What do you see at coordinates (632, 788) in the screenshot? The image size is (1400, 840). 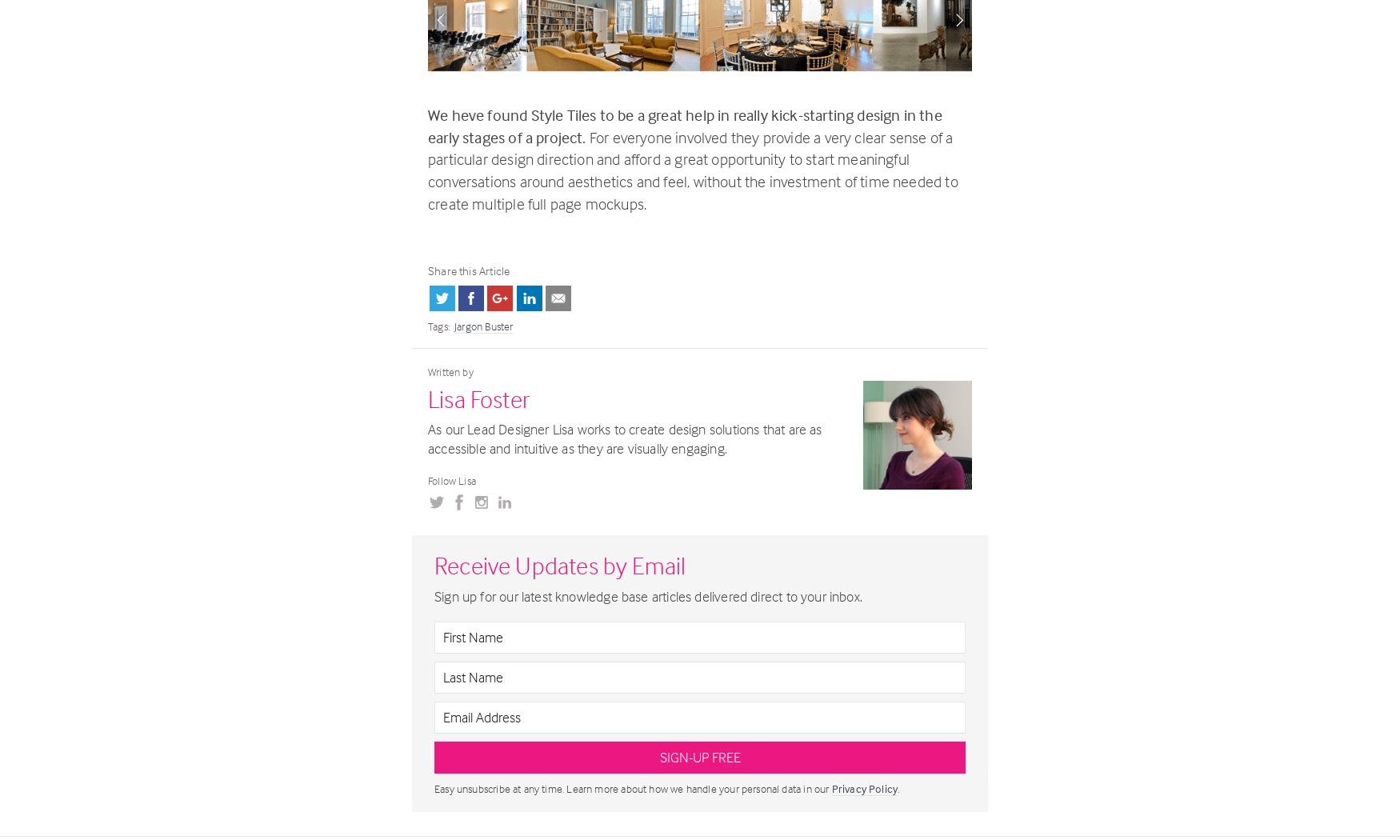 I see `'Easy unsubscribe at any time. Learn more about how we handle your personal data in our'` at bounding box center [632, 788].